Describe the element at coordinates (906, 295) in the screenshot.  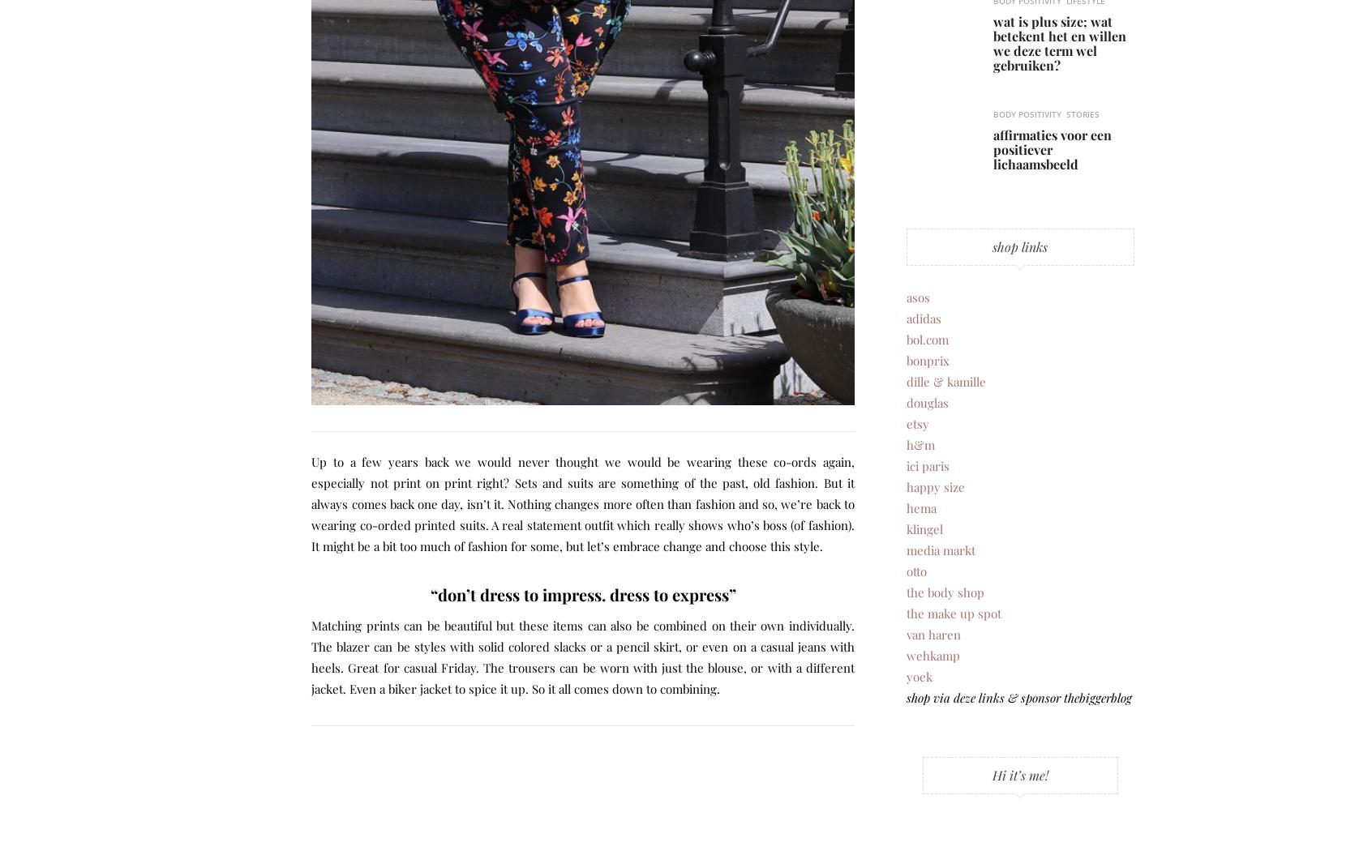
I see `'asos'` at that location.